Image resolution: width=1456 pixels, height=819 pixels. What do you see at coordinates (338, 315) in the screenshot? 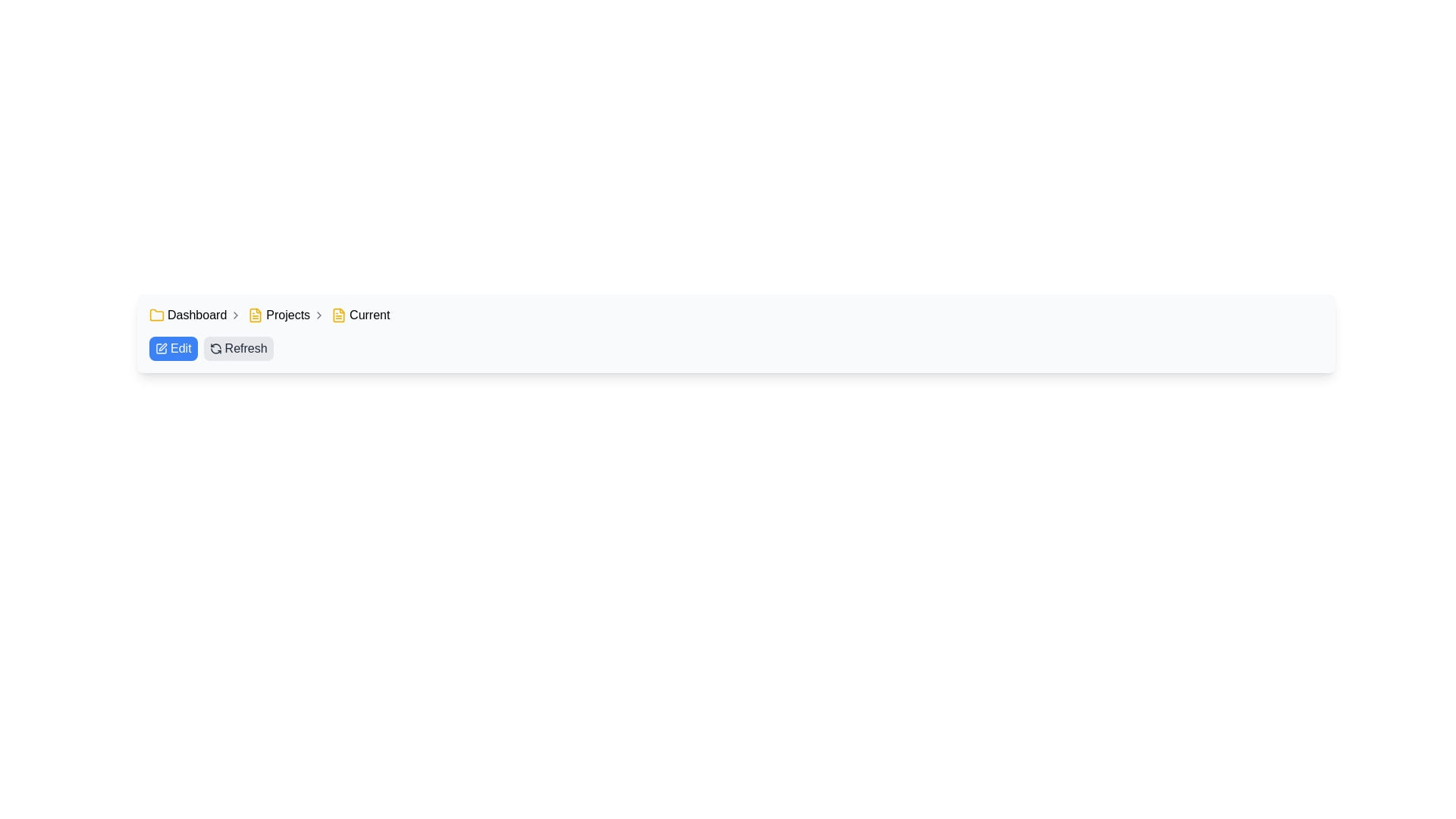
I see `document icon in the breadcrumb navigation located next to the 'Projects' text by using developer tools` at bounding box center [338, 315].